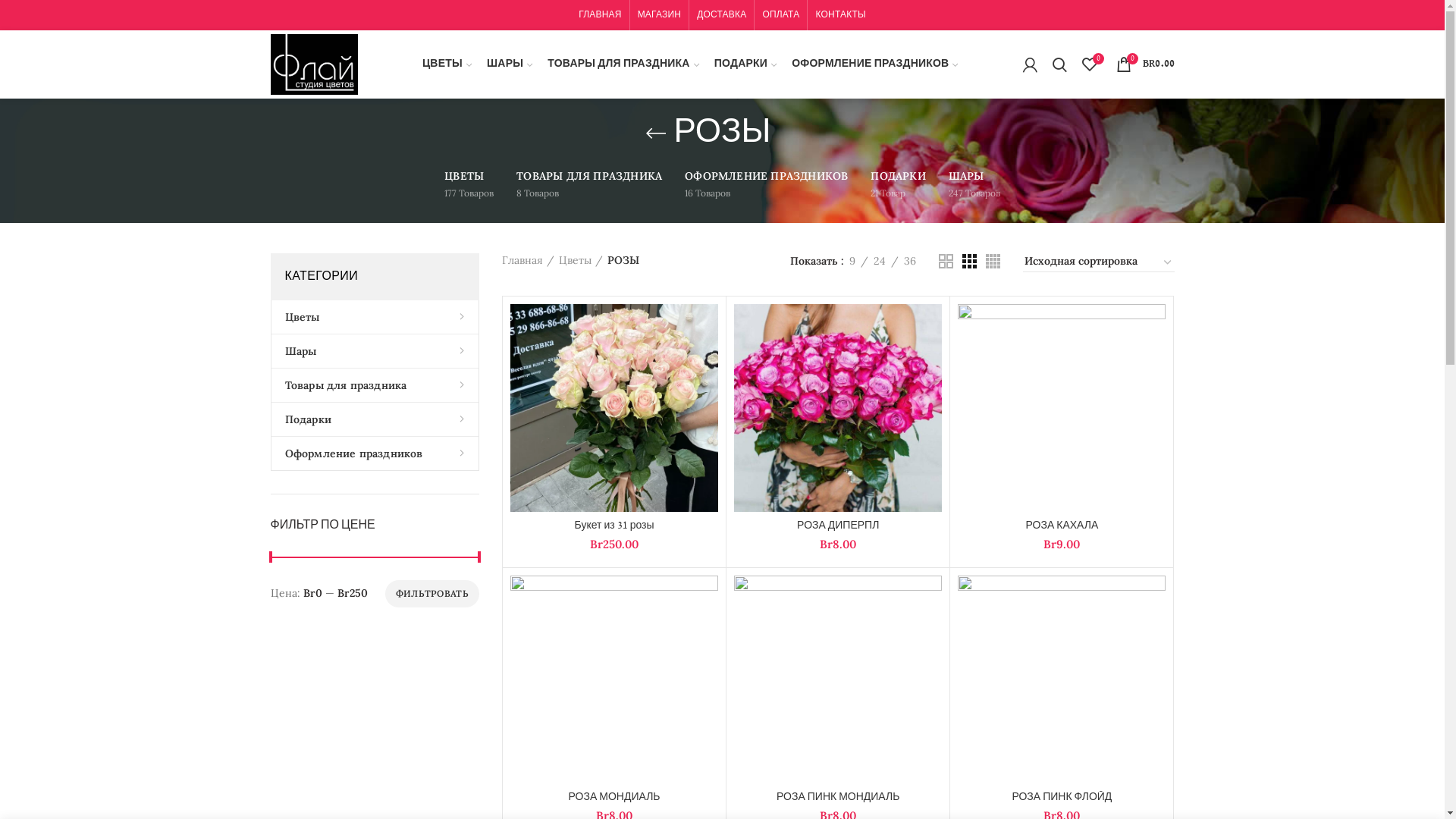 The image size is (1456, 819). Describe the element at coordinates (867, 259) in the screenshot. I see `'24'` at that location.